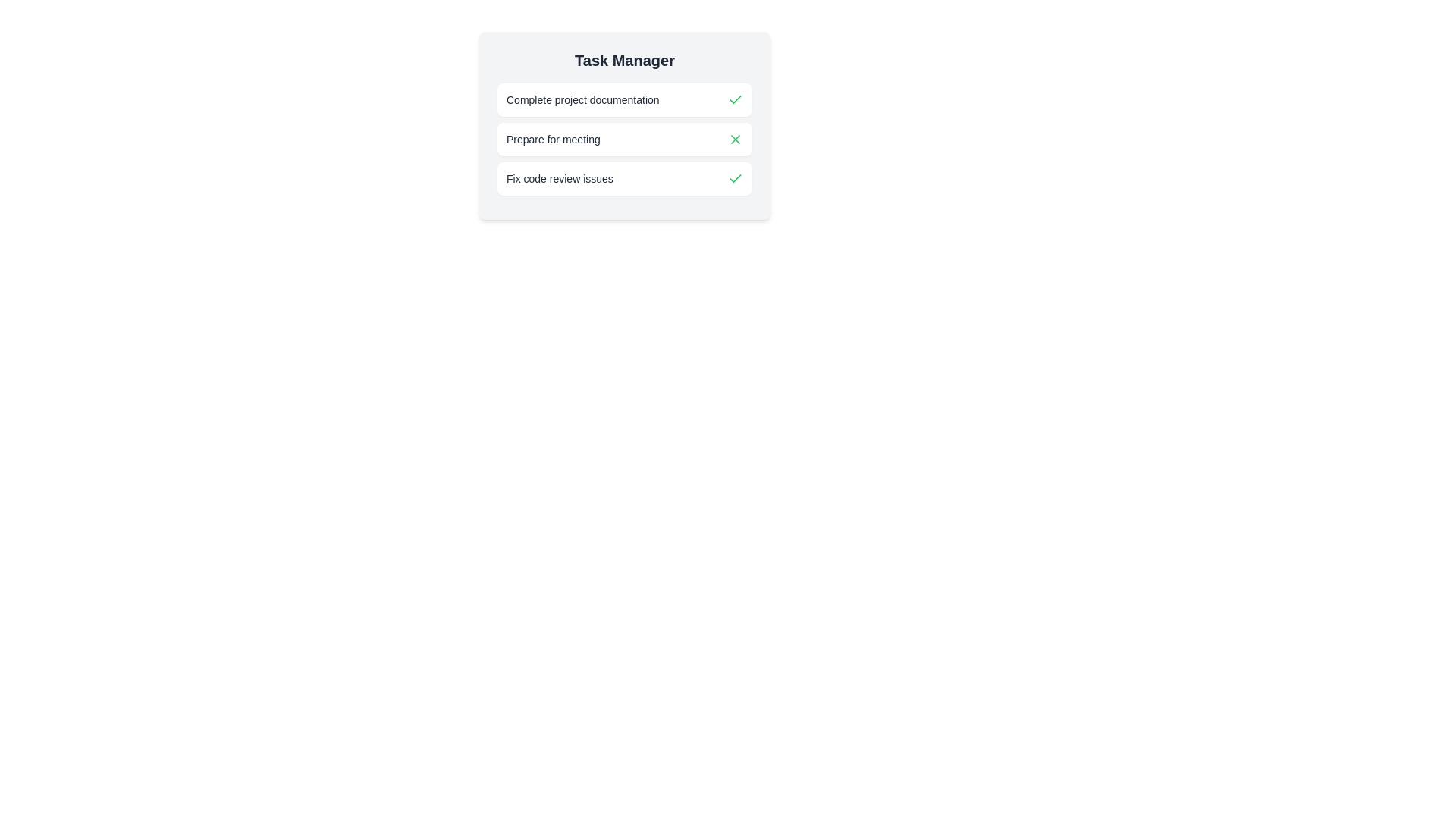  What do you see at coordinates (735, 99) in the screenshot?
I see `the green check icon button located in the top-right corner of the first task titled 'Complete project documentation' to mark the task as complete` at bounding box center [735, 99].